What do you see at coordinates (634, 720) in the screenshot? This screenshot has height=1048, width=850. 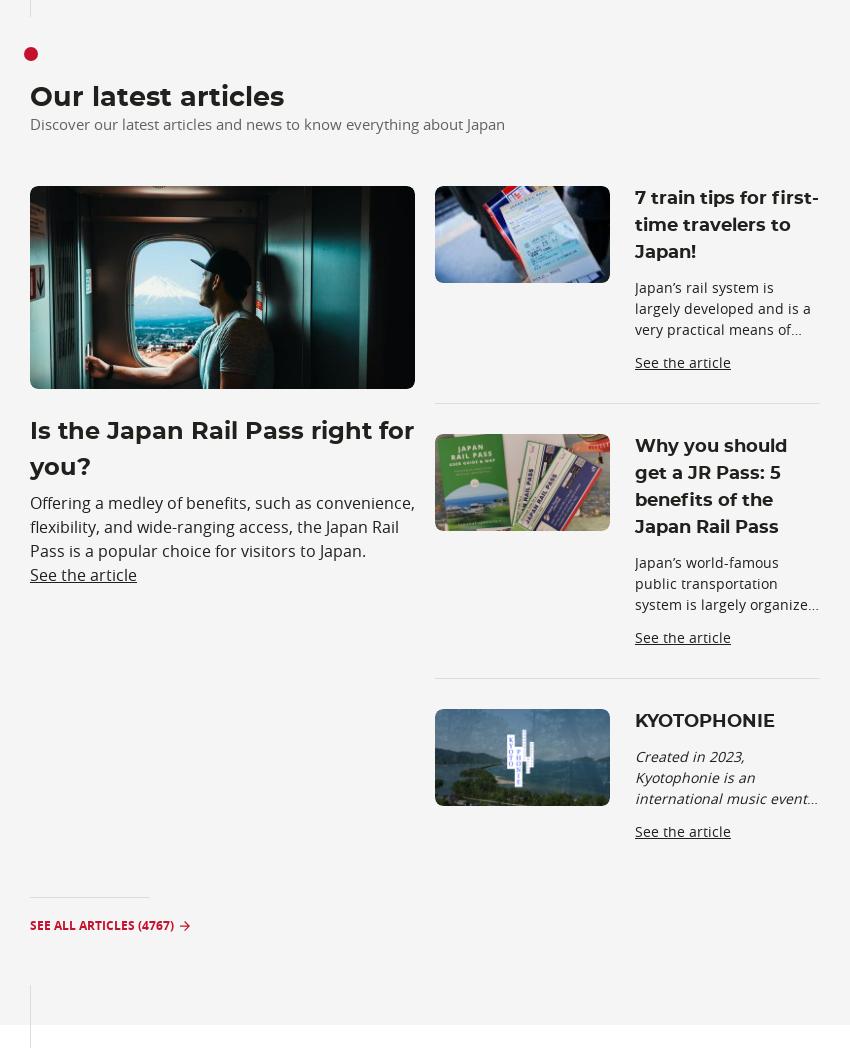 I see `'KYOTOPHONIE'` at bounding box center [634, 720].